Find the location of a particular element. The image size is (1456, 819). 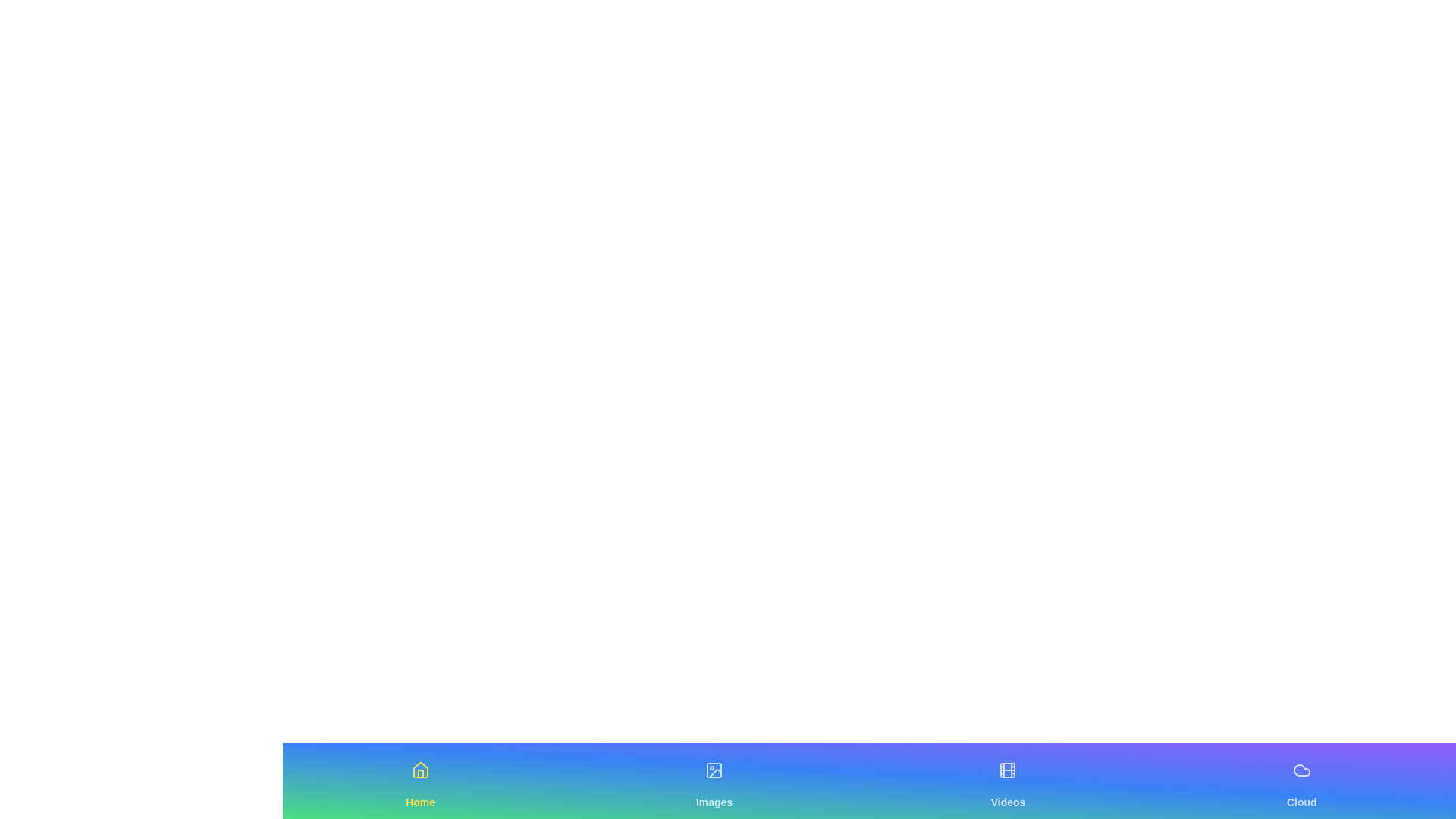

the tab labeled Images to observe its hover effect is located at coordinates (714, 780).